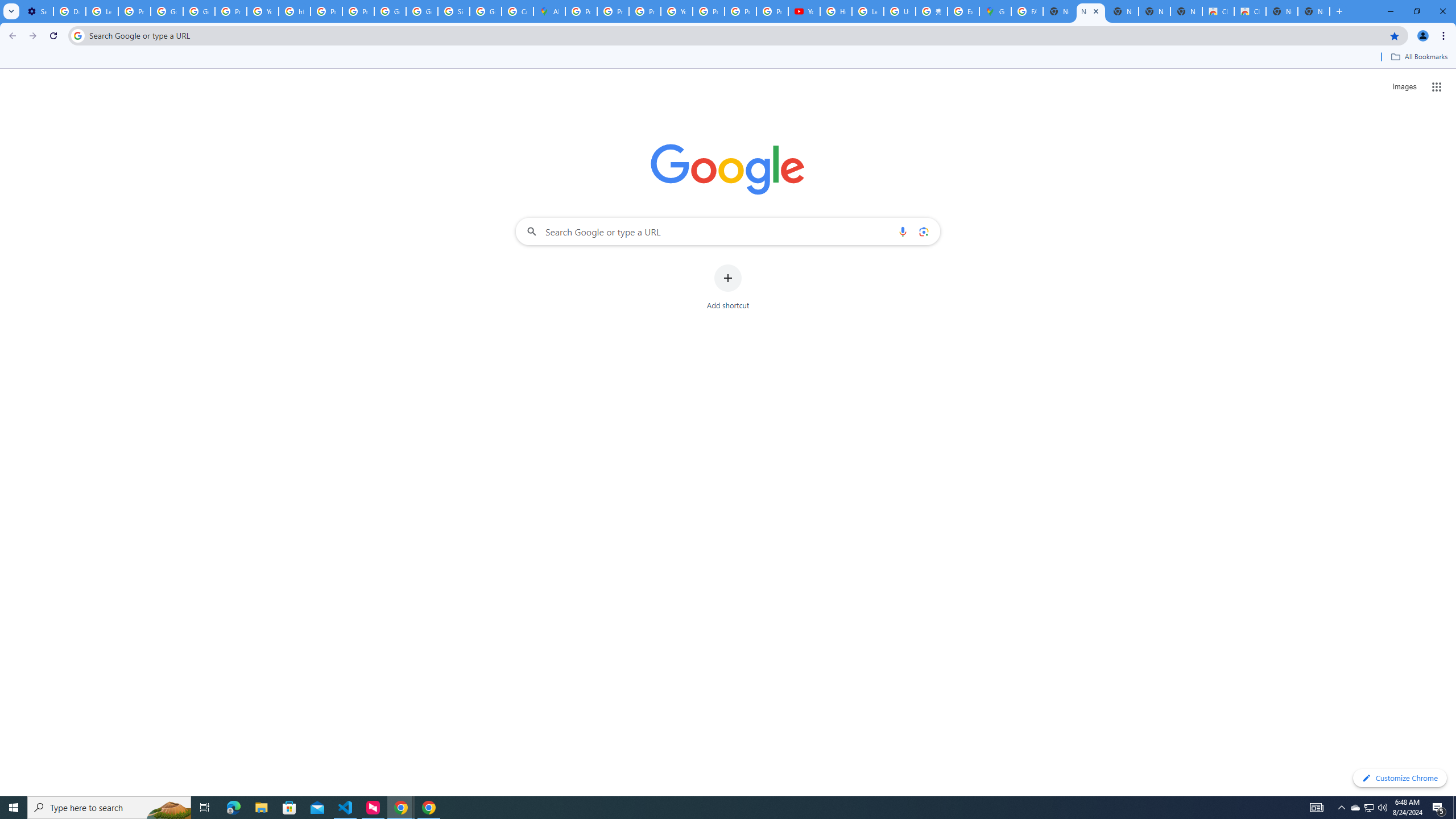 Image resolution: width=1456 pixels, height=819 pixels. Describe the element at coordinates (1314, 11) in the screenshot. I see `'New Tab'` at that location.